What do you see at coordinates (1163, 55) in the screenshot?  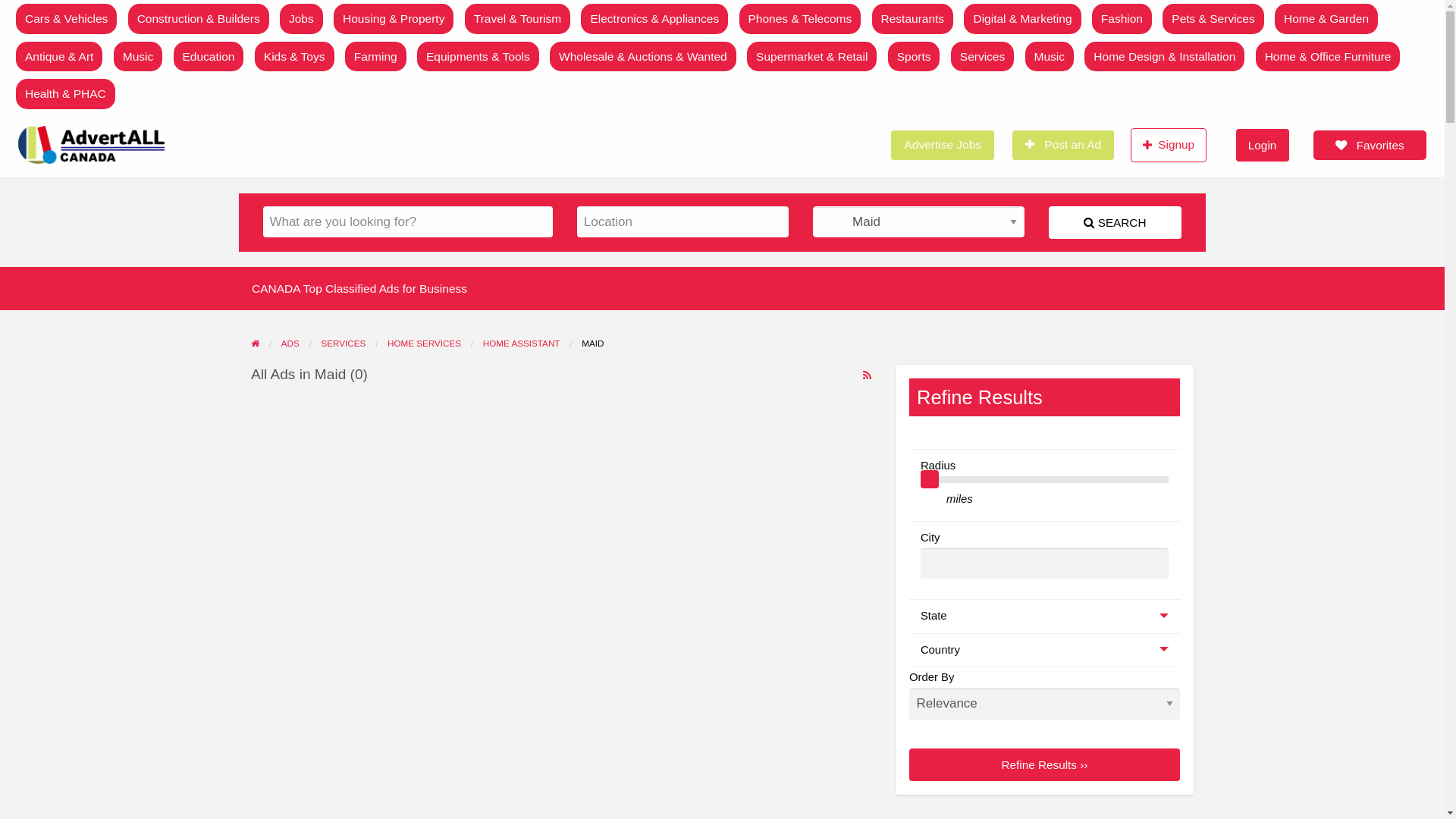 I see `'Home Design & Installation'` at bounding box center [1163, 55].